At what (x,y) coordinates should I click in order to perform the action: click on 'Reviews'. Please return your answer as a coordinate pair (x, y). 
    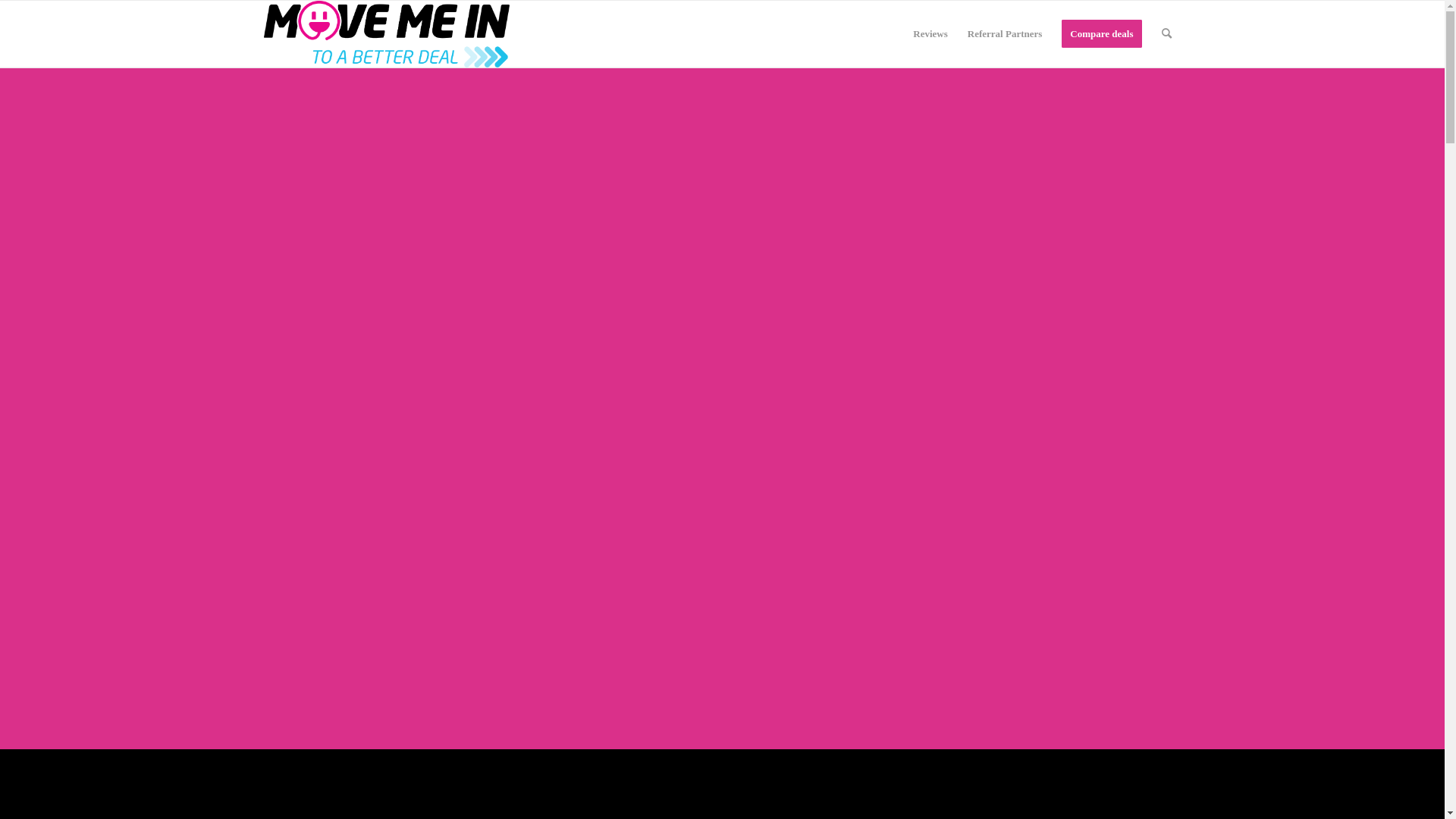
    Looking at the image, I should click on (930, 34).